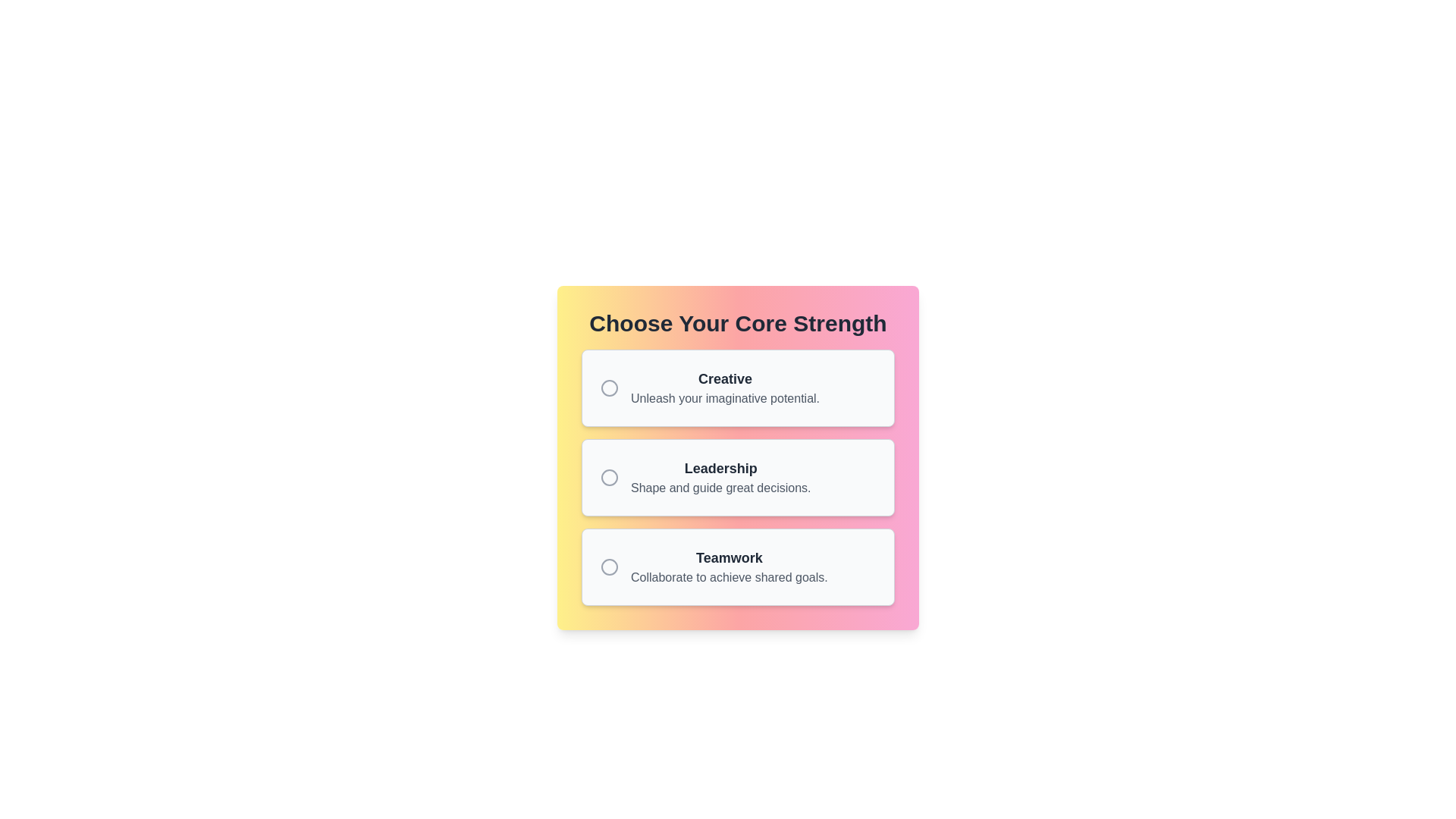 The width and height of the screenshot is (1456, 819). I want to click on the static text label displaying 'Leadership', which is the second option title in a list under 'Choose Your Core Strength', so click(720, 467).